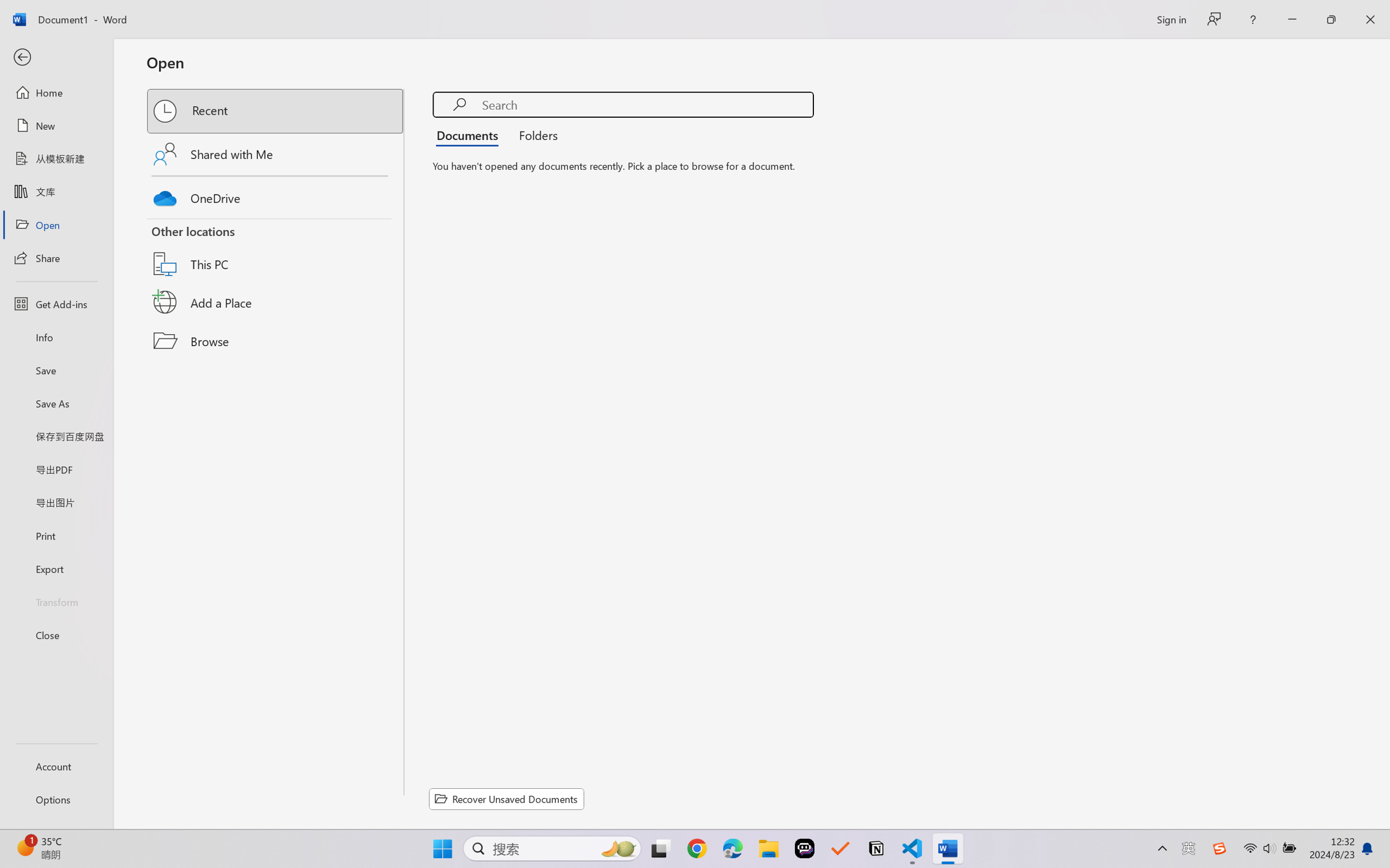 This screenshot has height=868, width=1390. I want to click on 'Transform', so click(56, 600).